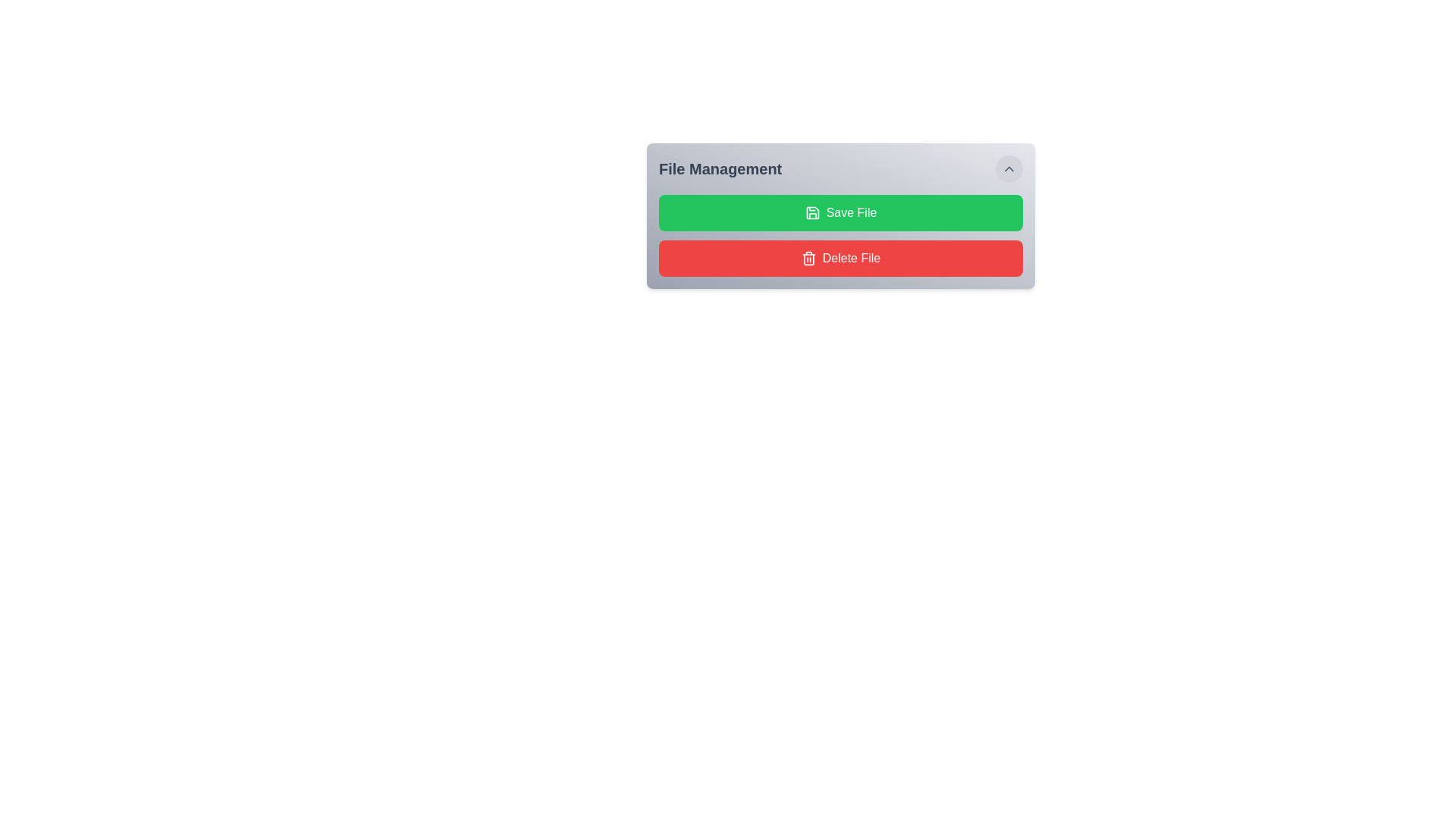 Image resolution: width=1456 pixels, height=819 pixels. Describe the element at coordinates (1009, 169) in the screenshot. I see `the upward-pointing chevron icon, which is situated within a small circular gray button` at that location.